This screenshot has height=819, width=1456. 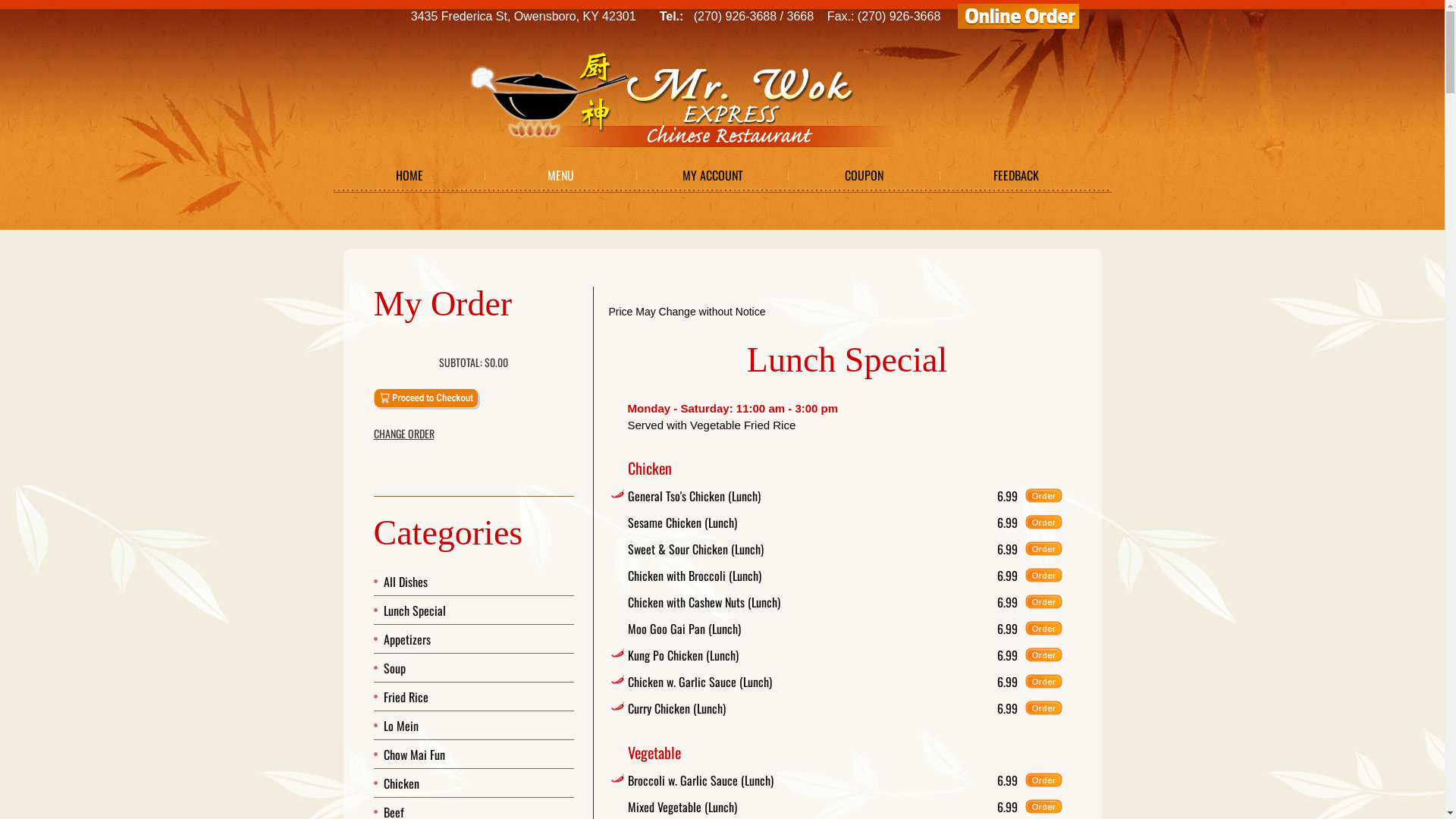 What do you see at coordinates (406, 696) in the screenshot?
I see `'Fried Rice'` at bounding box center [406, 696].